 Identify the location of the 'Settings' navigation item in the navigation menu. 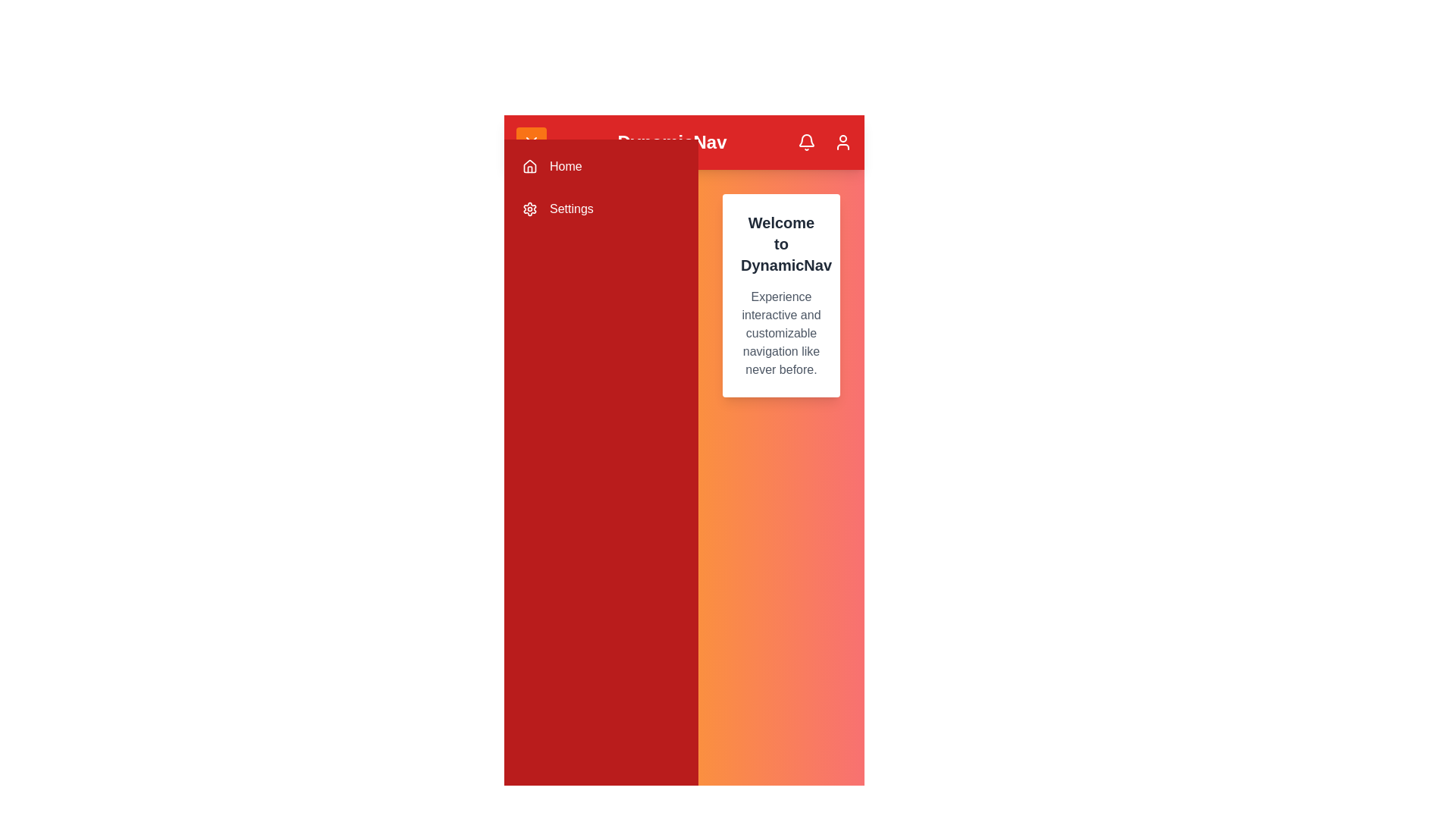
(600, 209).